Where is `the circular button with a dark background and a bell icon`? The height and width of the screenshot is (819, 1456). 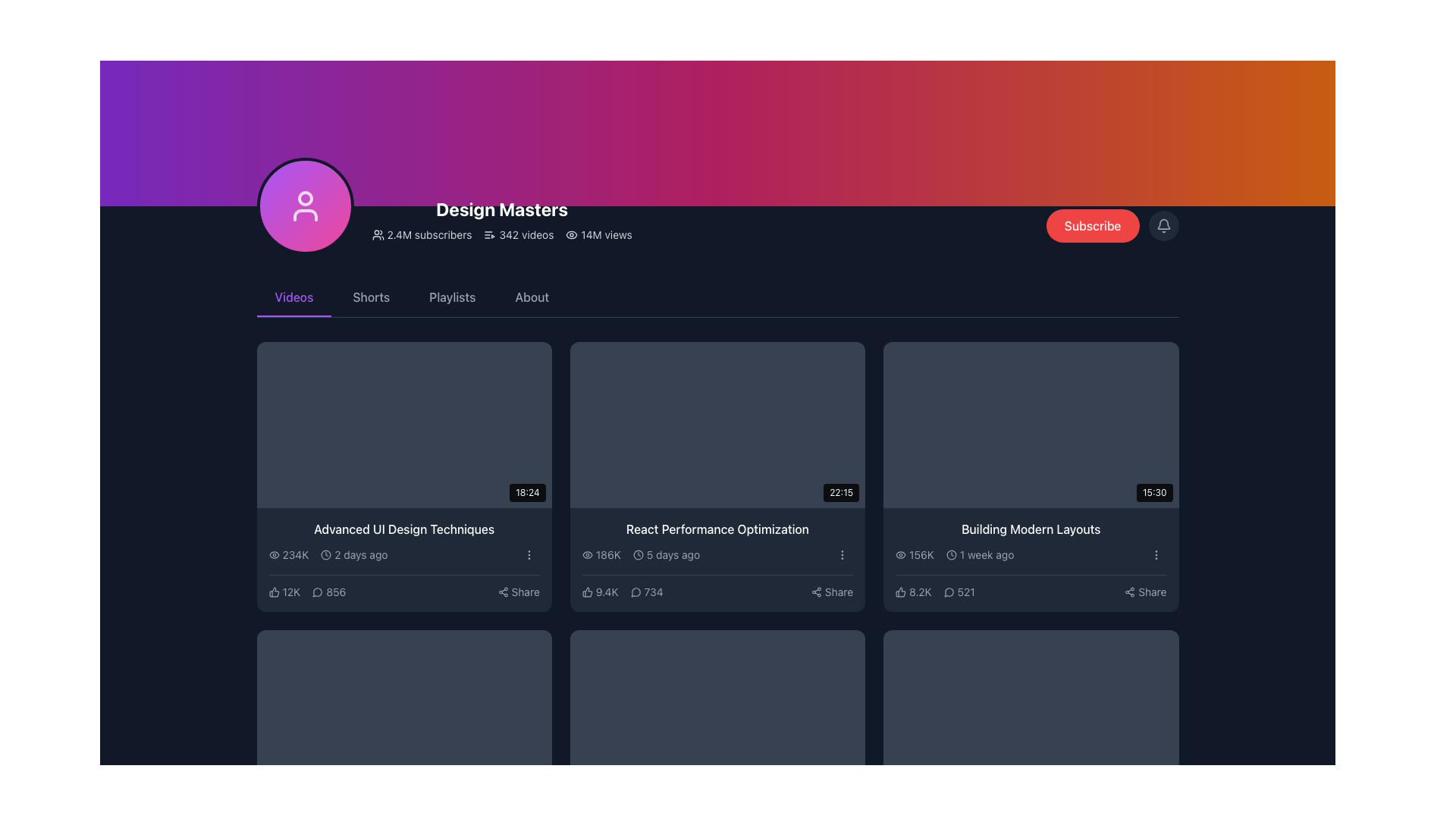 the circular button with a dark background and a bell icon is located at coordinates (1163, 225).